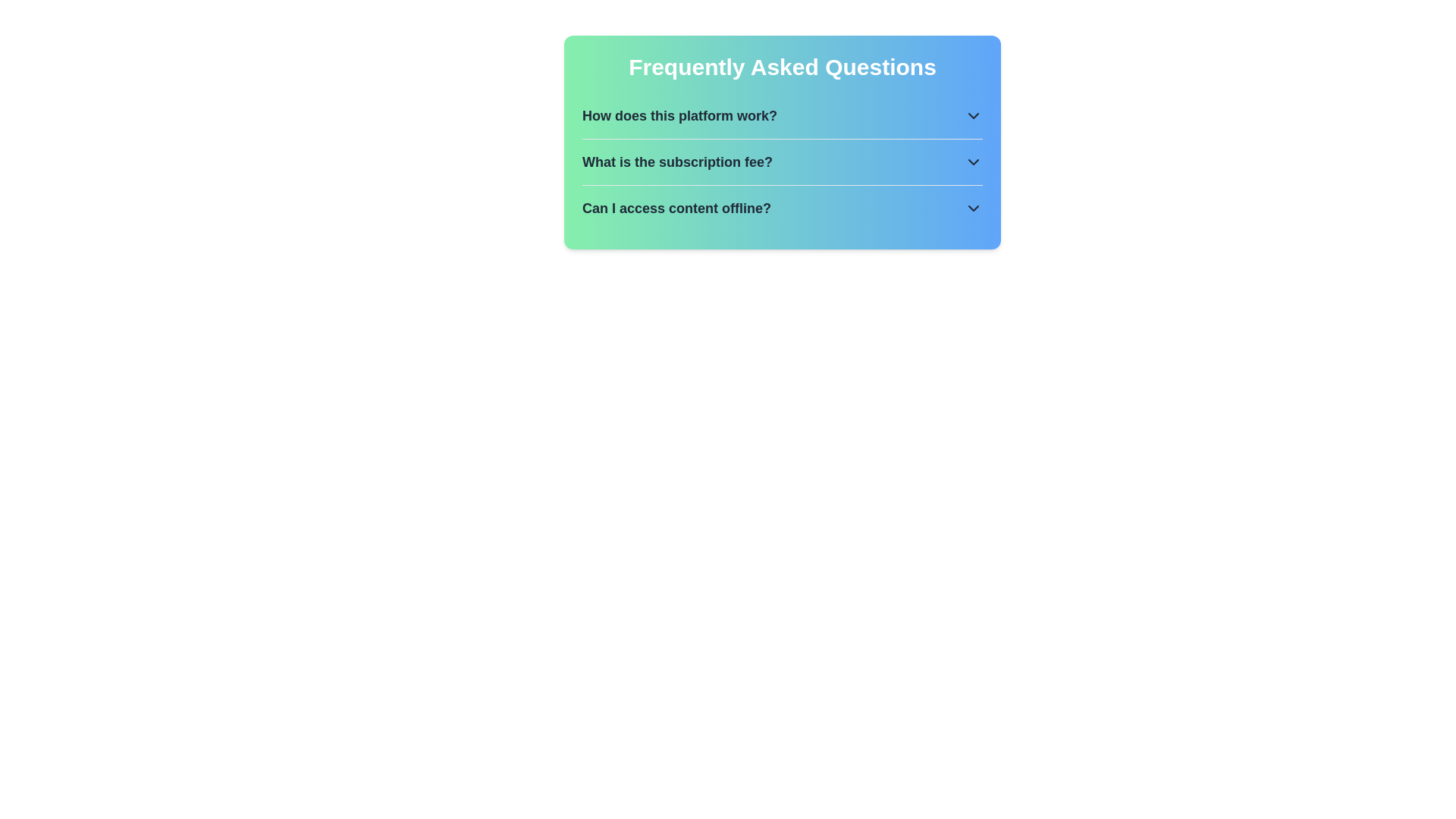 Image resolution: width=1456 pixels, height=819 pixels. What do you see at coordinates (676, 162) in the screenshot?
I see `the clickable Text Label in the FAQ section, which is located between the questions 'How does this platform work?' and 'Can I access content offline?'` at bounding box center [676, 162].